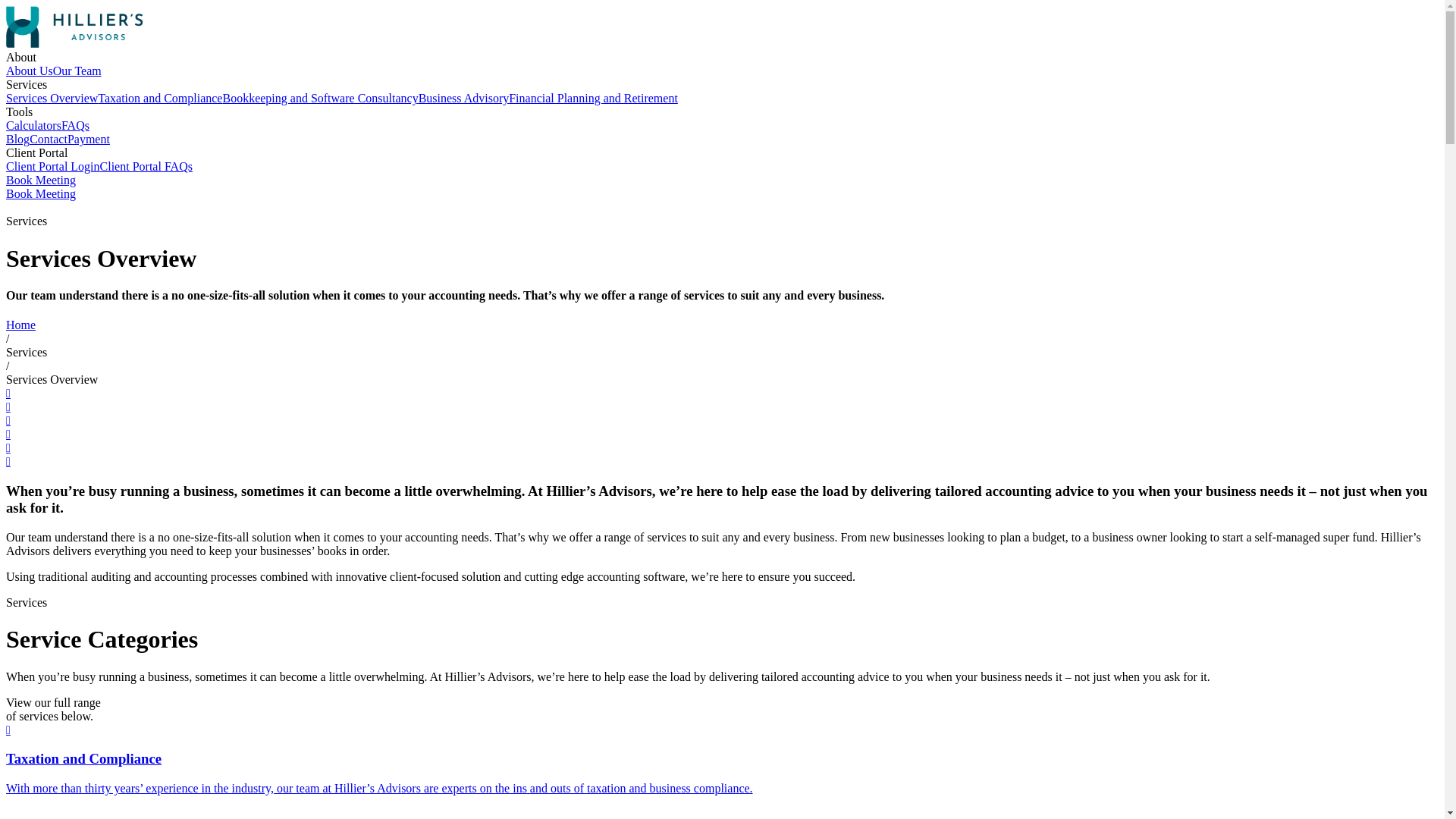 The image size is (1456, 819). What do you see at coordinates (29, 71) in the screenshot?
I see `'About Us'` at bounding box center [29, 71].